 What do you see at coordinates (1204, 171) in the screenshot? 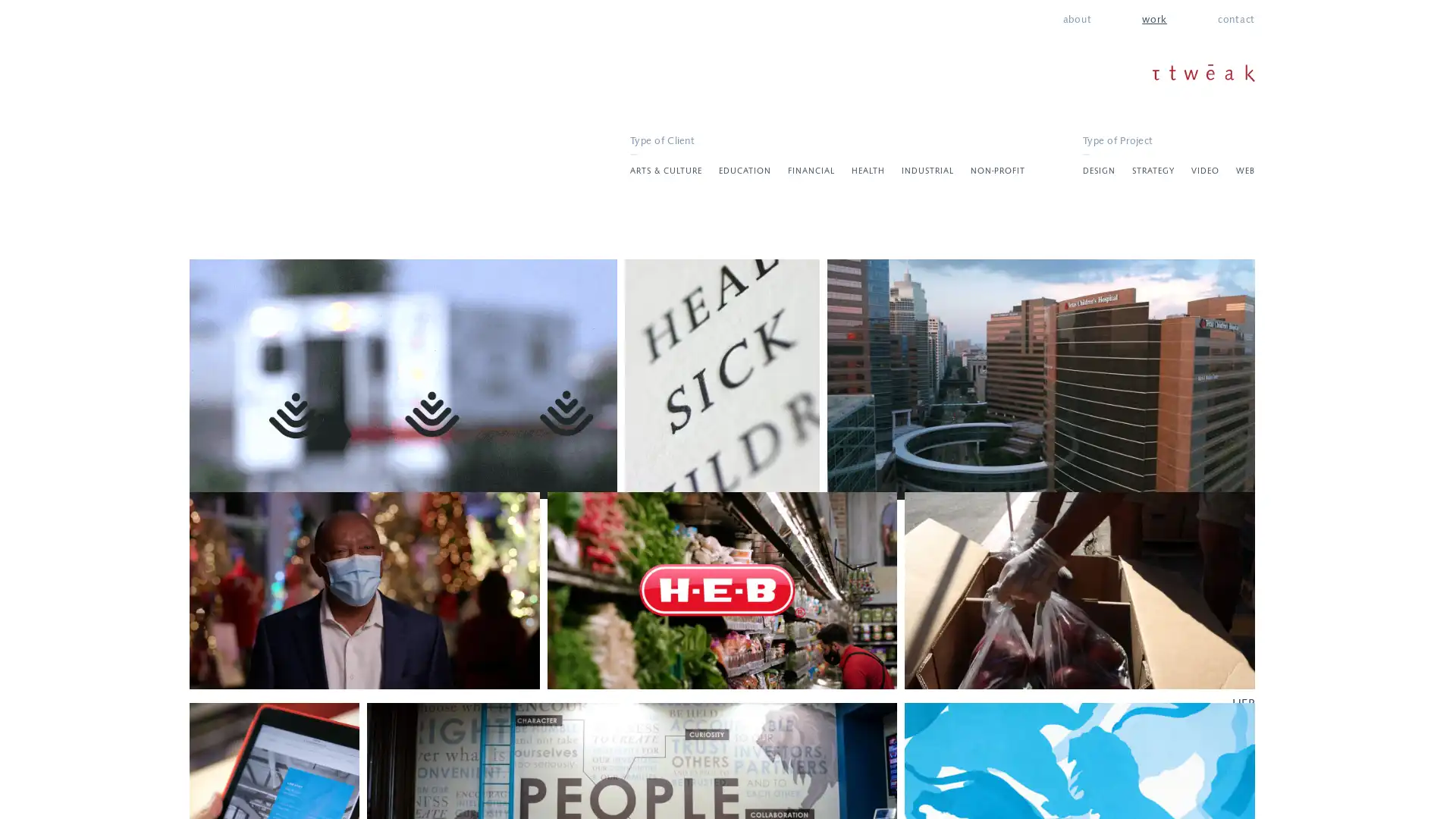
I see `VIDEO` at bounding box center [1204, 171].